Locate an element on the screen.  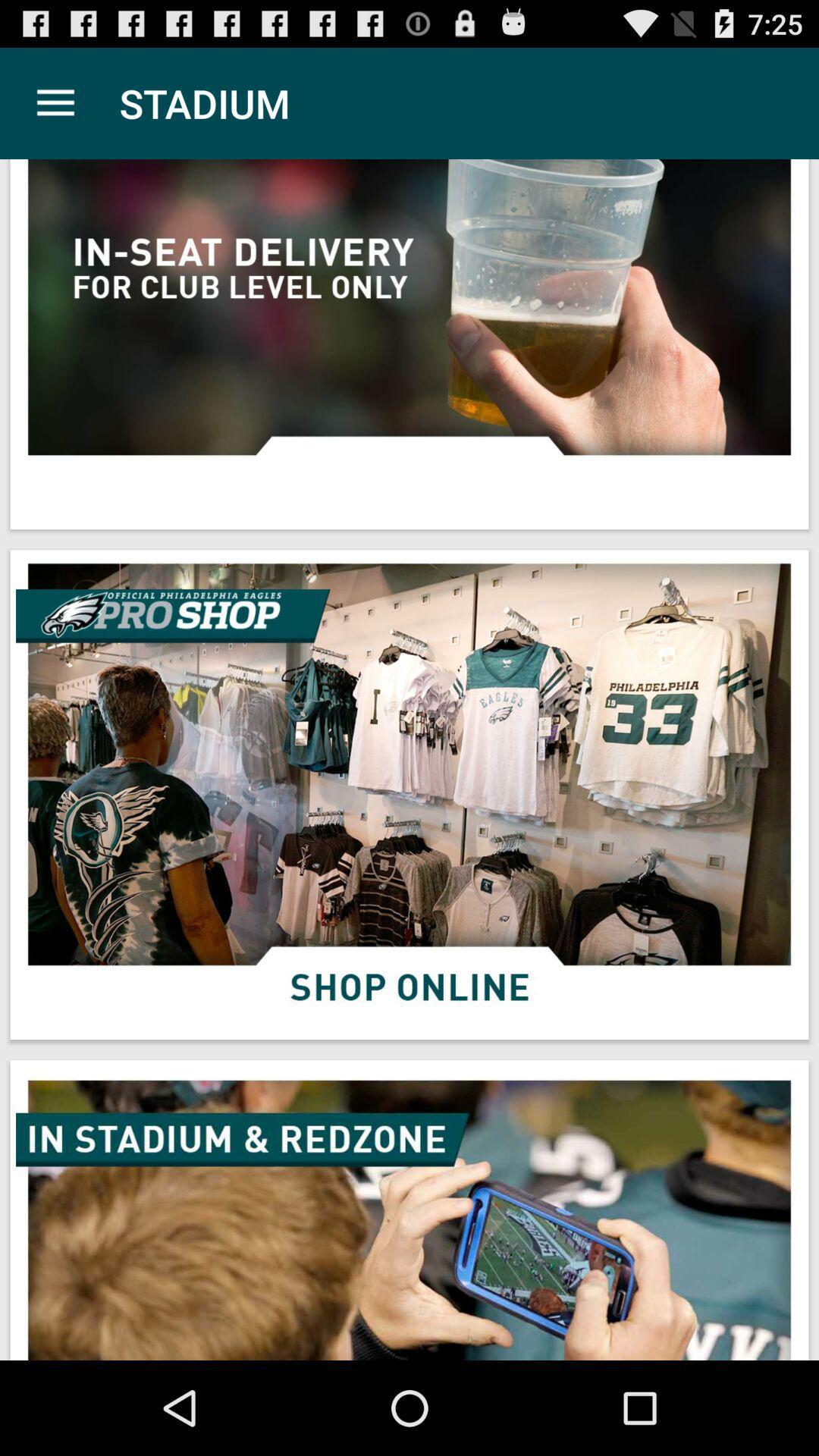
the item next to the stadium app is located at coordinates (55, 102).